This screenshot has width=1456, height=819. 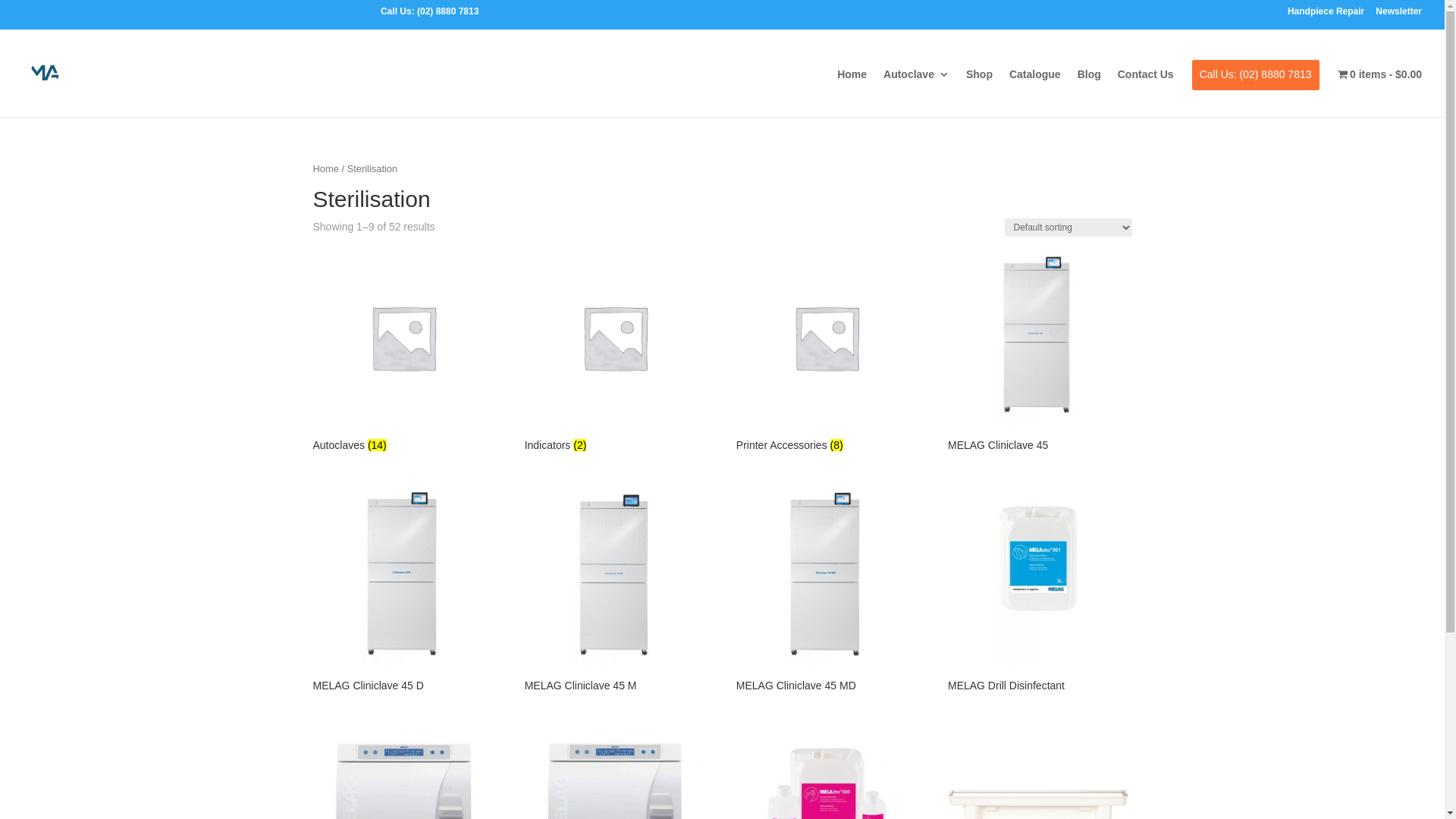 I want to click on 'MELAG Drill Disinfectant', so click(x=1037, y=591).